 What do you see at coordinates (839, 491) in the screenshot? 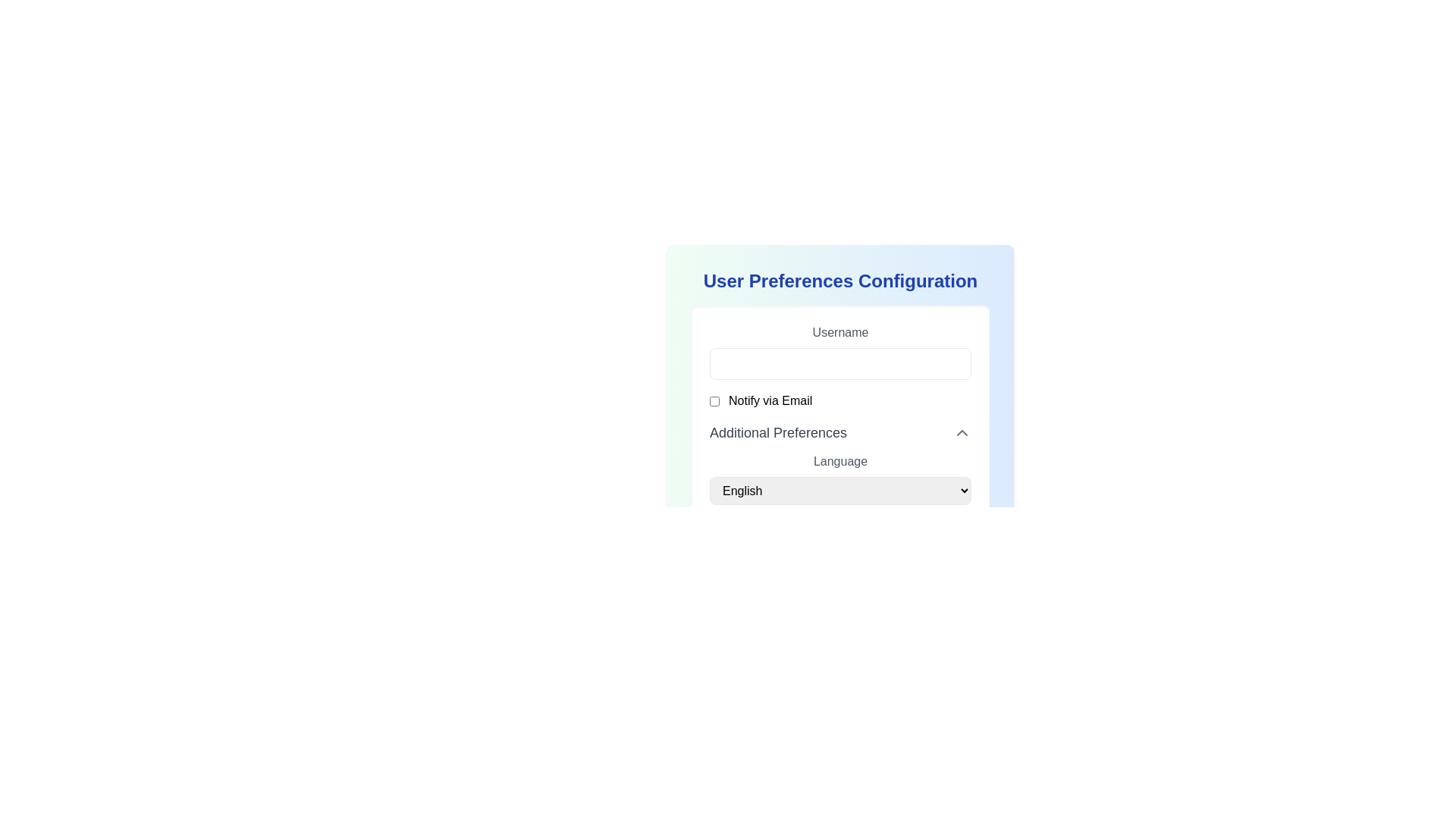
I see `the dropdown menu displaying 'English'` at bounding box center [839, 491].